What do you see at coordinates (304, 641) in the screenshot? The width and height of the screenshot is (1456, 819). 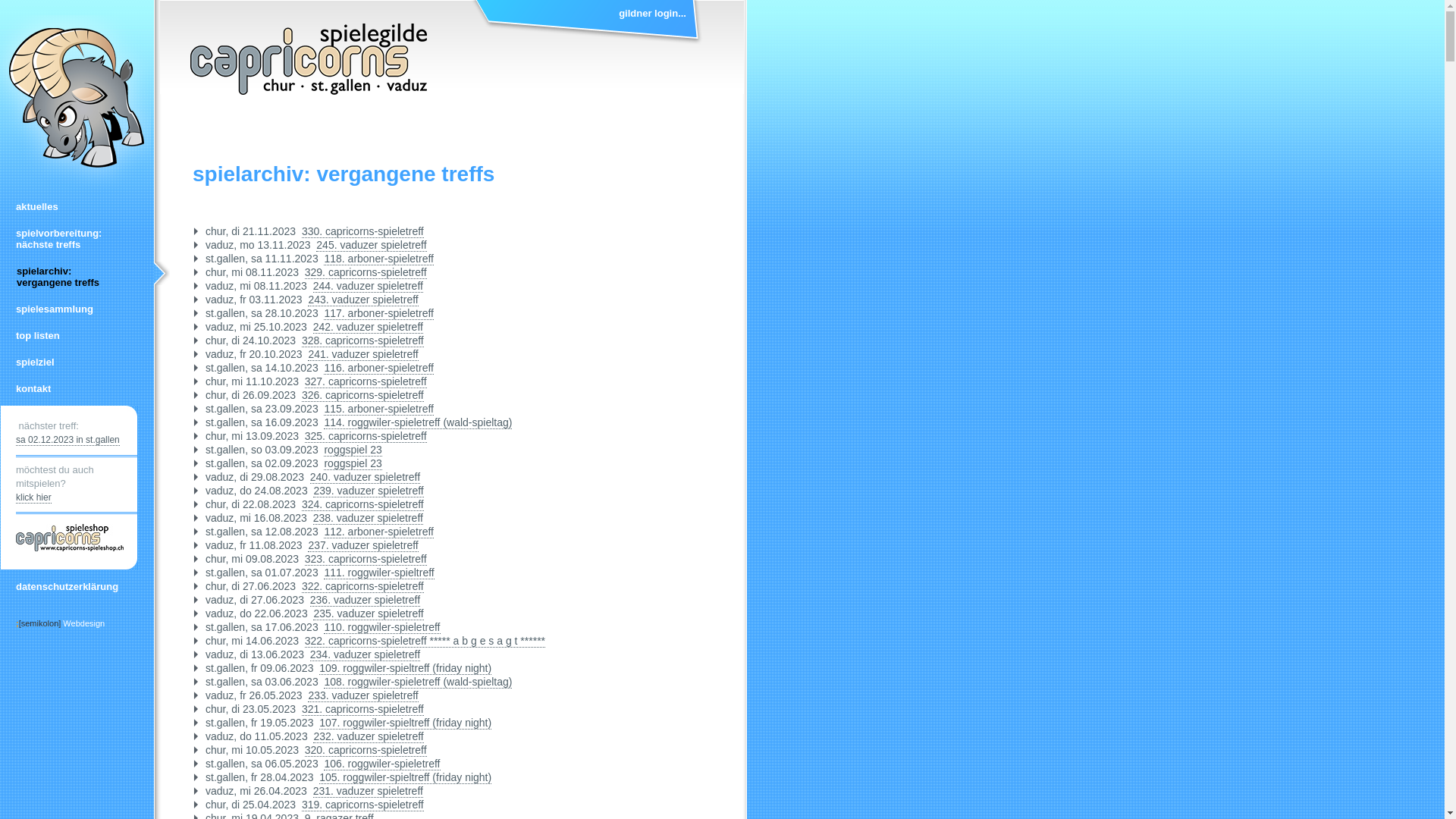 I see `'322. capricorns-spieletreff ***** a b g e s a g t ******'` at bounding box center [304, 641].